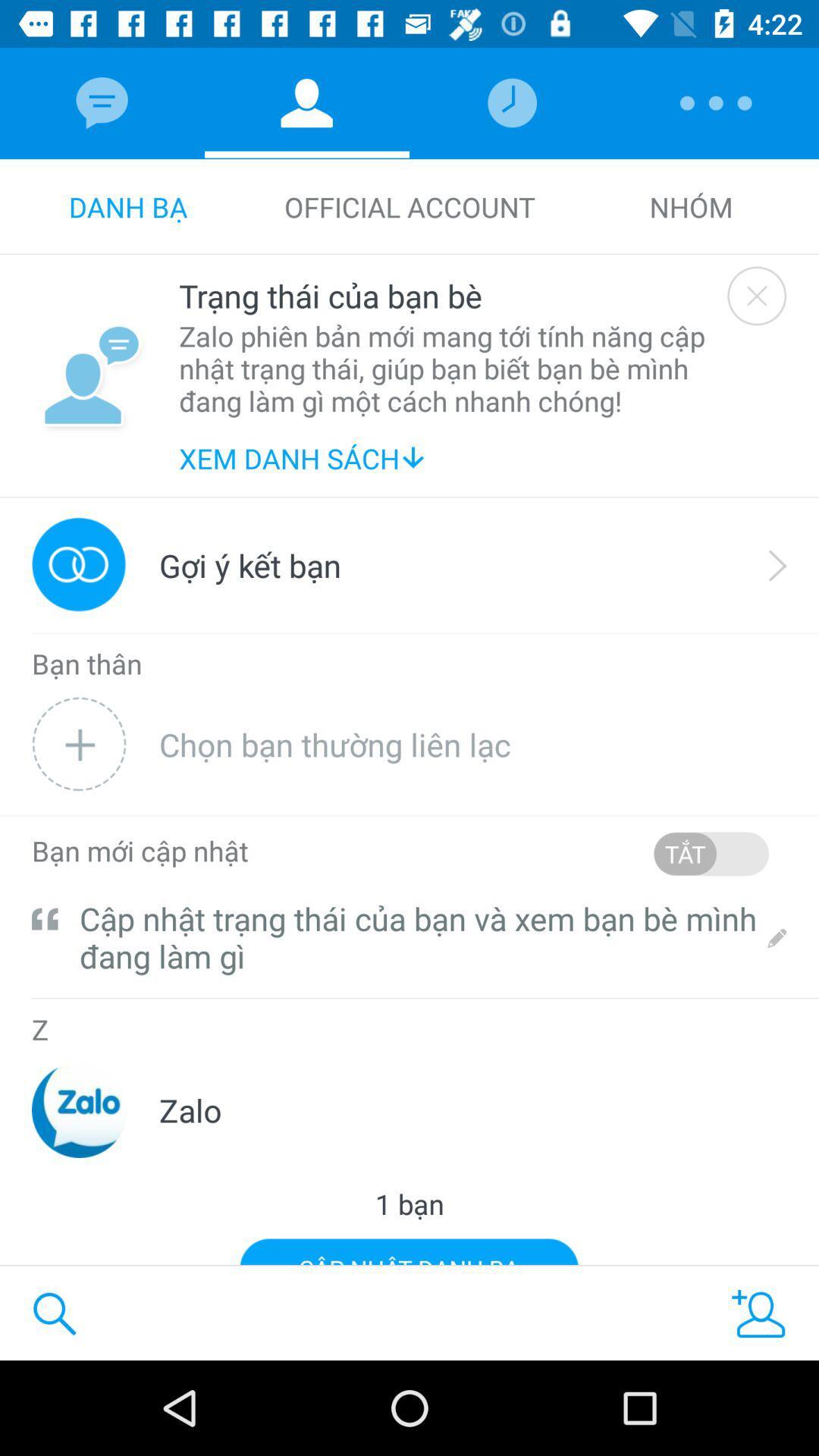  I want to click on item to the right of the official account, so click(691, 206).